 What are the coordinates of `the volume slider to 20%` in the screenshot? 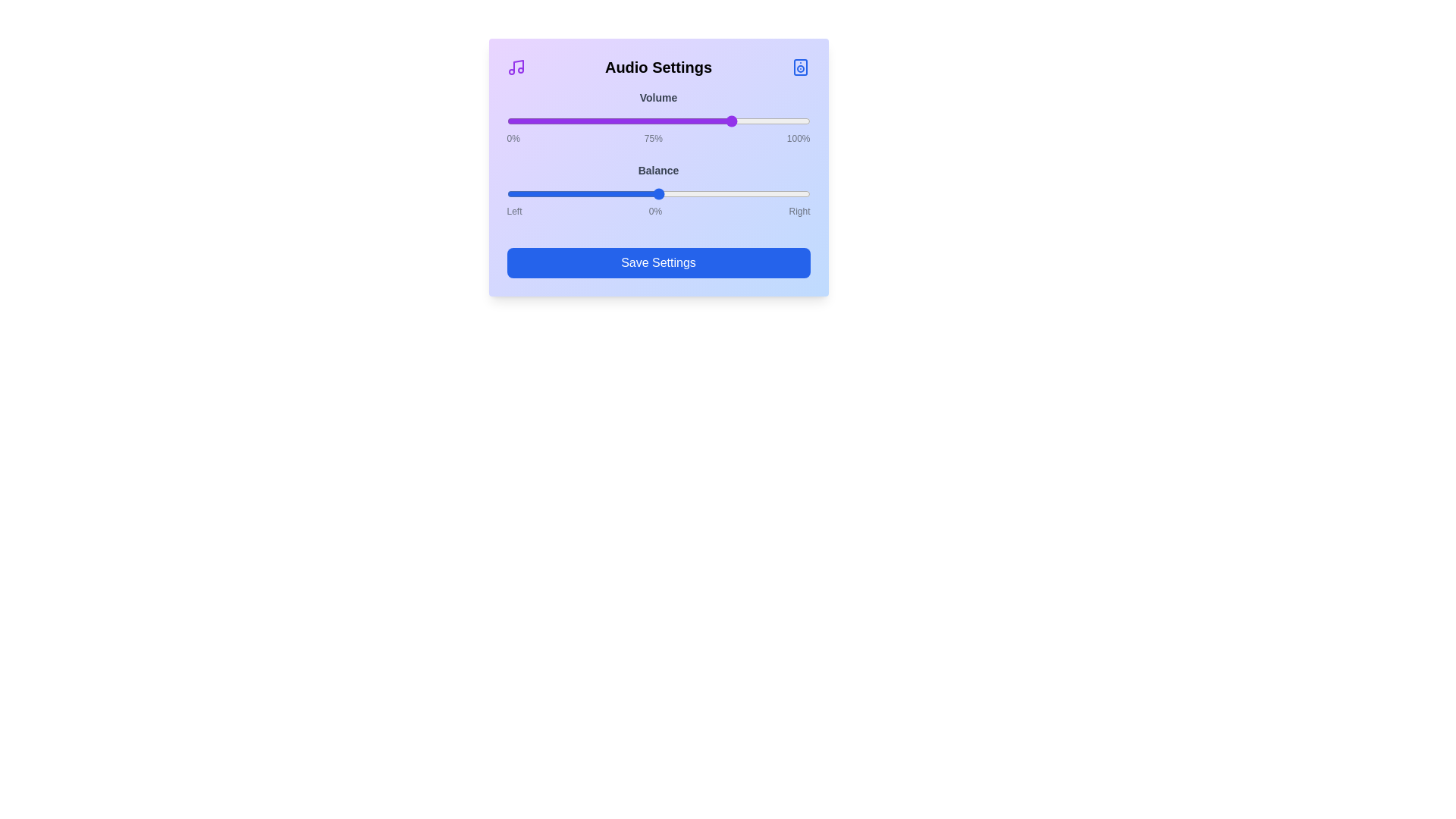 It's located at (566, 120).